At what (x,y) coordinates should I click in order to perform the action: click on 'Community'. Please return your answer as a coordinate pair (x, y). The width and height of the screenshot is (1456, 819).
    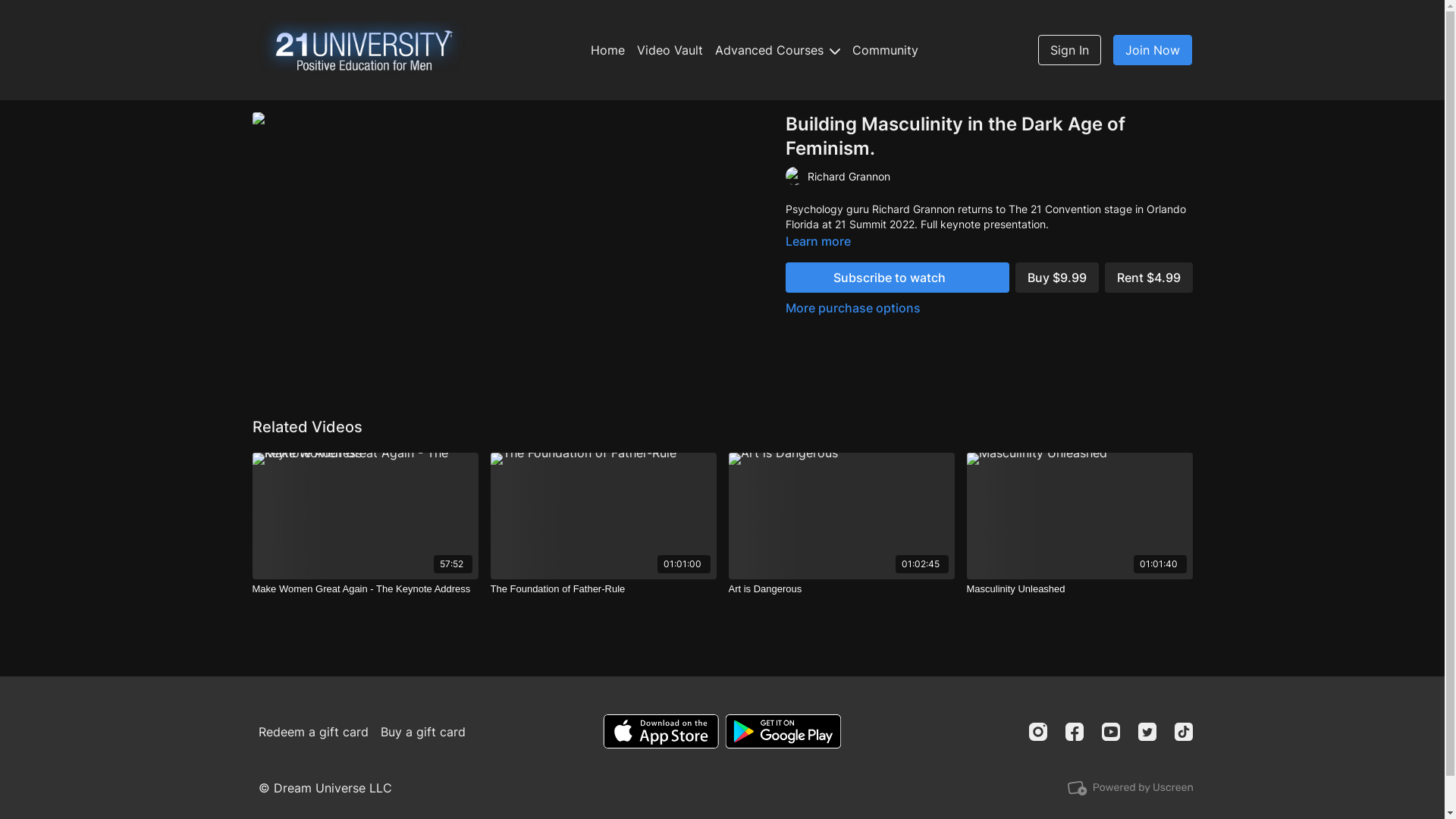
    Looking at the image, I should click on (885, 49).